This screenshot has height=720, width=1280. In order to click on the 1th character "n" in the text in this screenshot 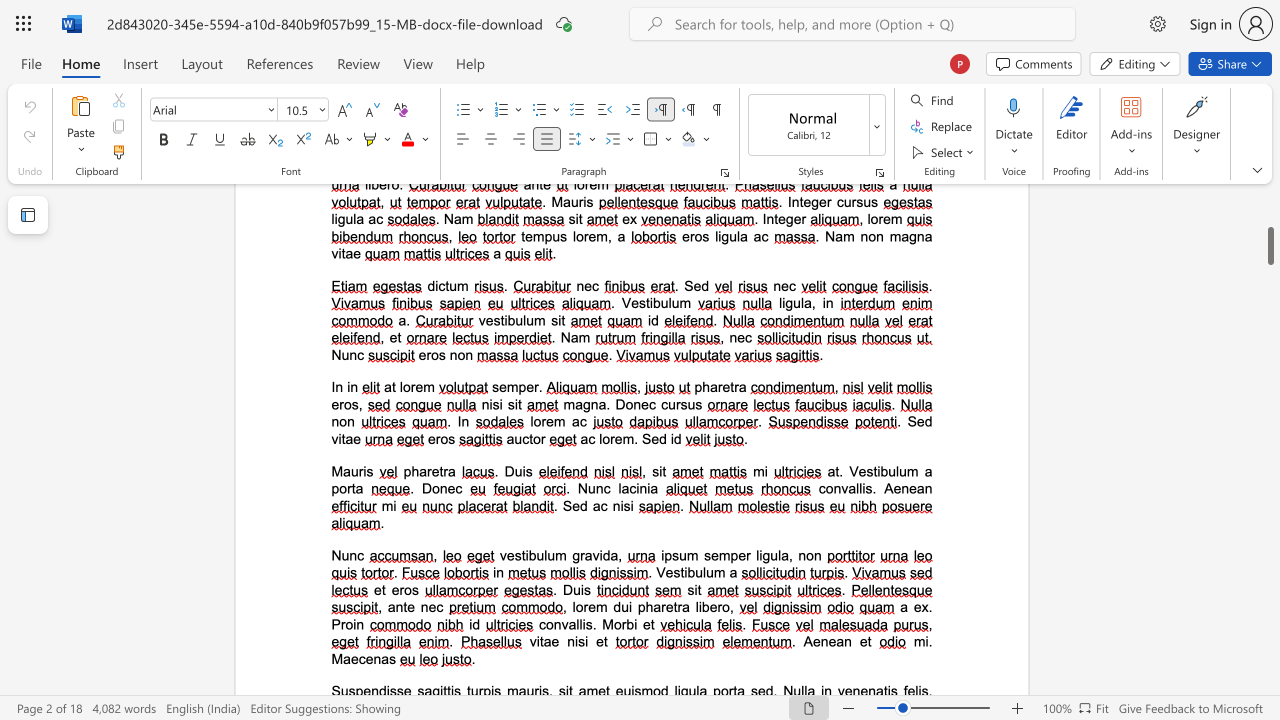, I will do `click(598, 488)`.